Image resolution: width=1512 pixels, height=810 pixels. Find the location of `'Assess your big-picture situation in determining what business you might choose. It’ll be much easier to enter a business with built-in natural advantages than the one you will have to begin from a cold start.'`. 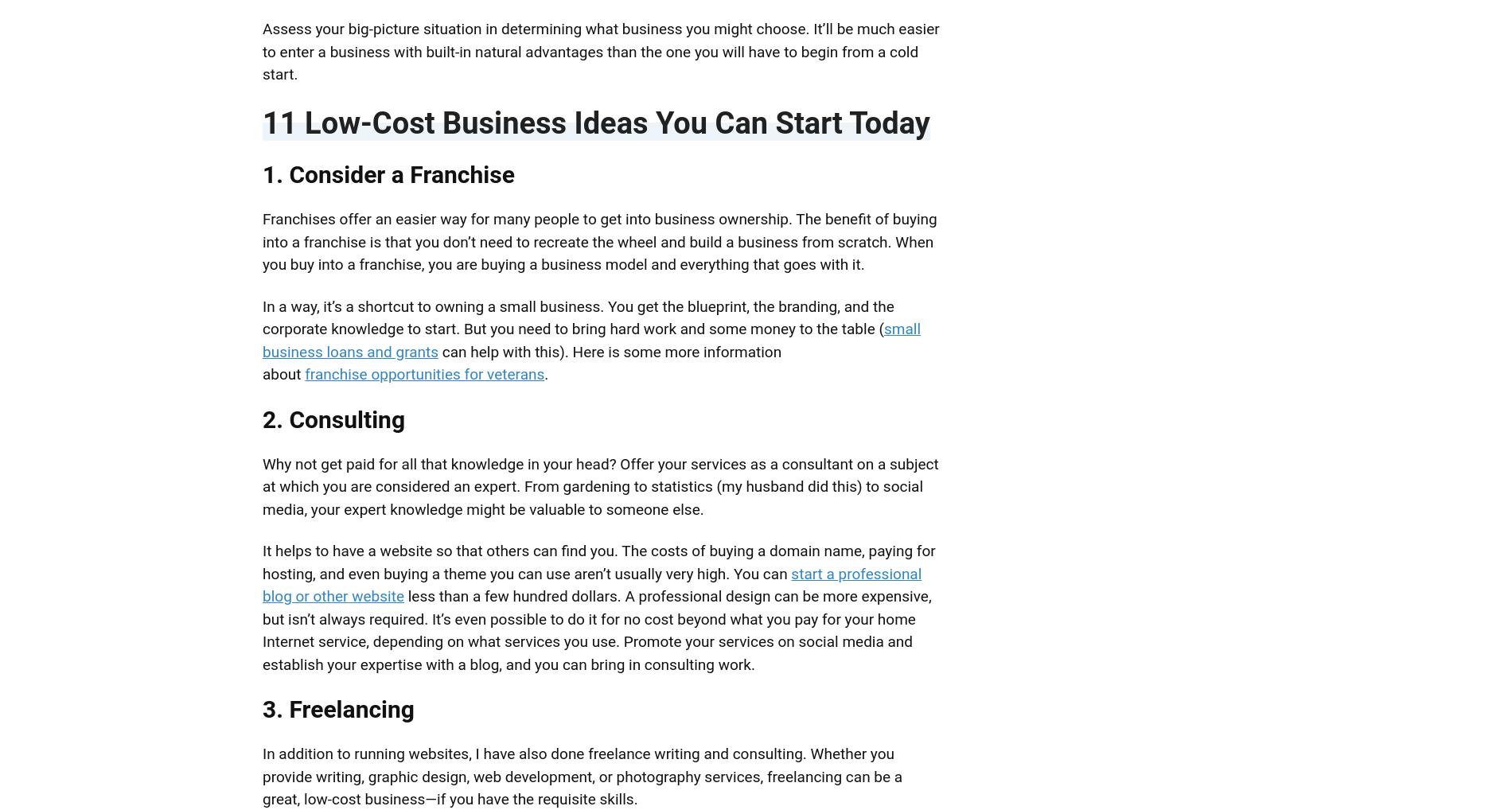

'Assess your big-picture situation in determining what business you might choose. It’ll be much easier to enter a business with built-in natural advantages than the one you will have to begin from a cold start.' is located at coordinates (600, 52).